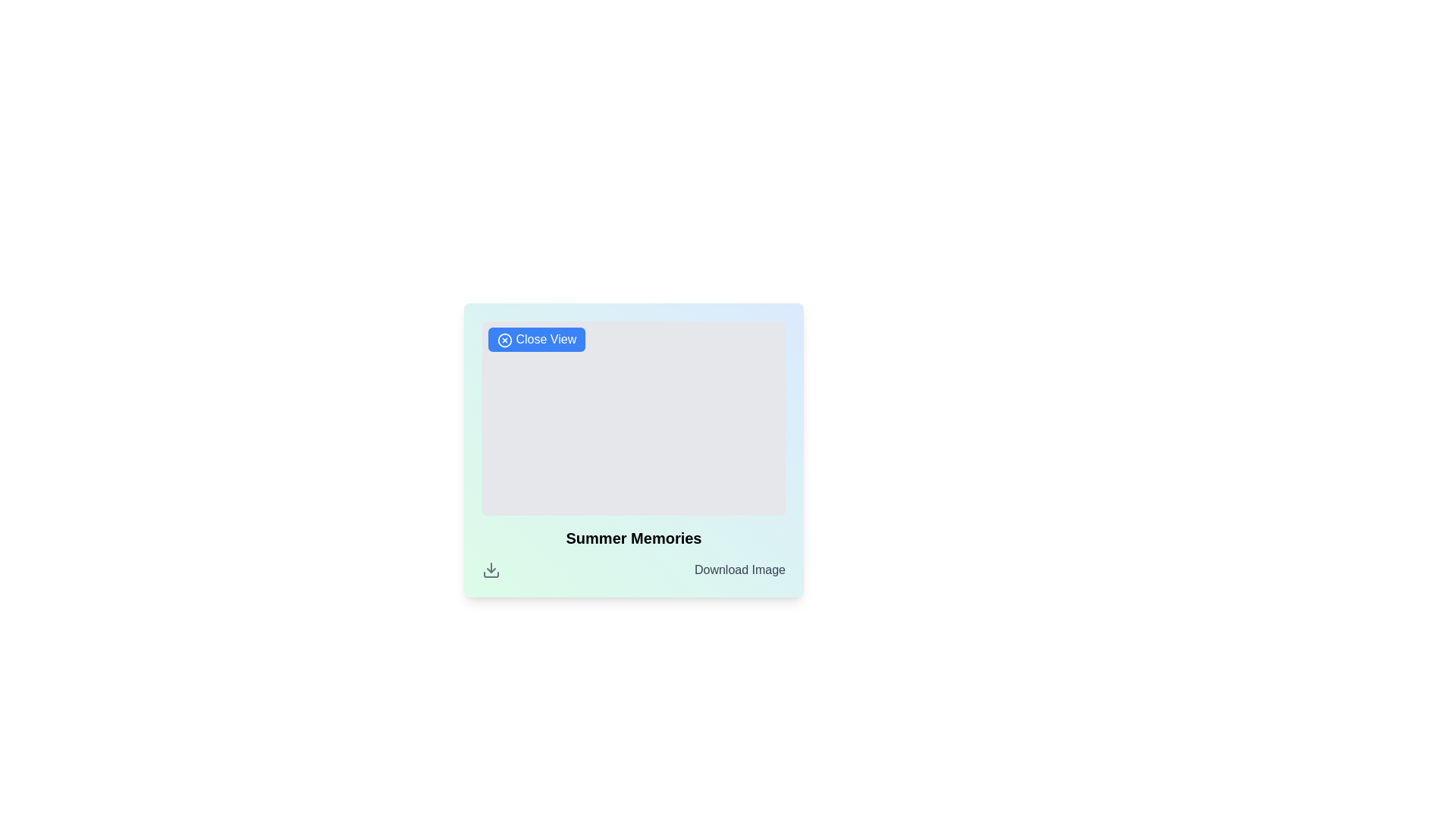 The height and width of the screenshot is (819, 1456). What do you see at coordinates (505, 338) in the screenshot?
I see `the close icon located to the left of the 'Close View' button` at bounding box center [505, 338].